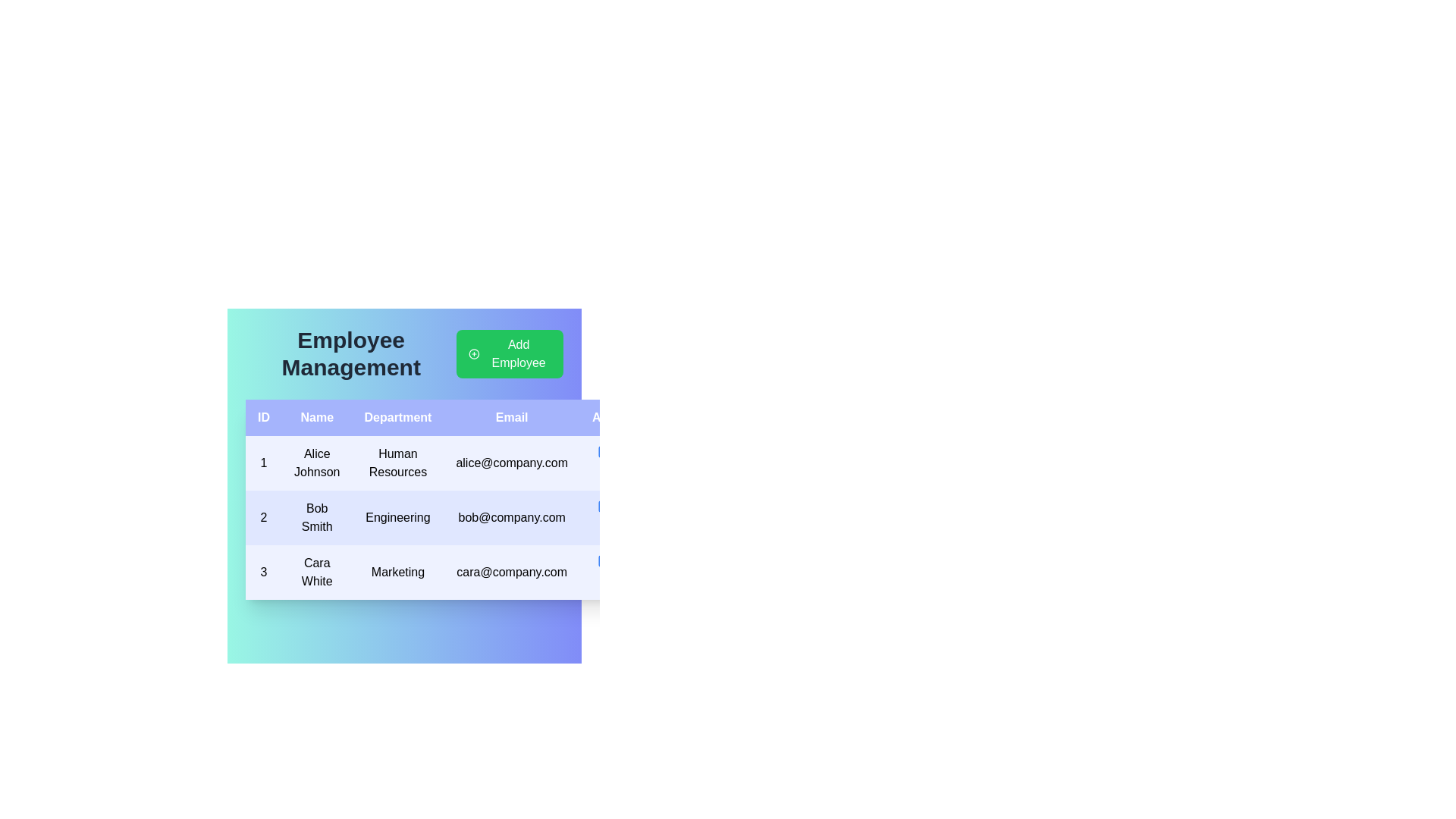  Describe the element at coordinates (446, 573) in the screenshot. I see `the third row of the employee management table, which displays information about an employee` at that location.